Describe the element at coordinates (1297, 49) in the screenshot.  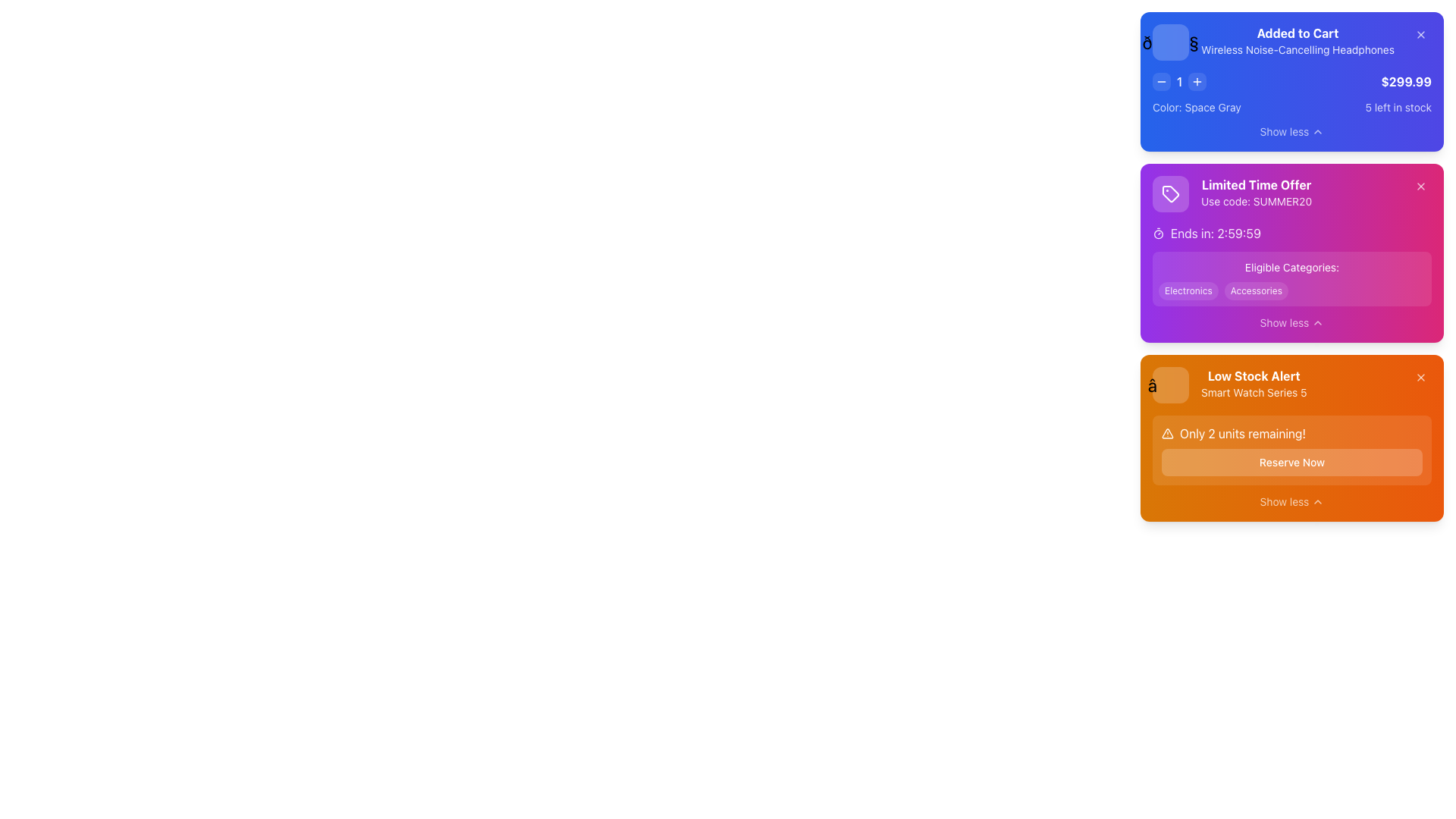
I see `informational text label that displays the name of the item added to the cart, located in the top-right corner of the layout, below the 'Added to Cart' text` at that location.